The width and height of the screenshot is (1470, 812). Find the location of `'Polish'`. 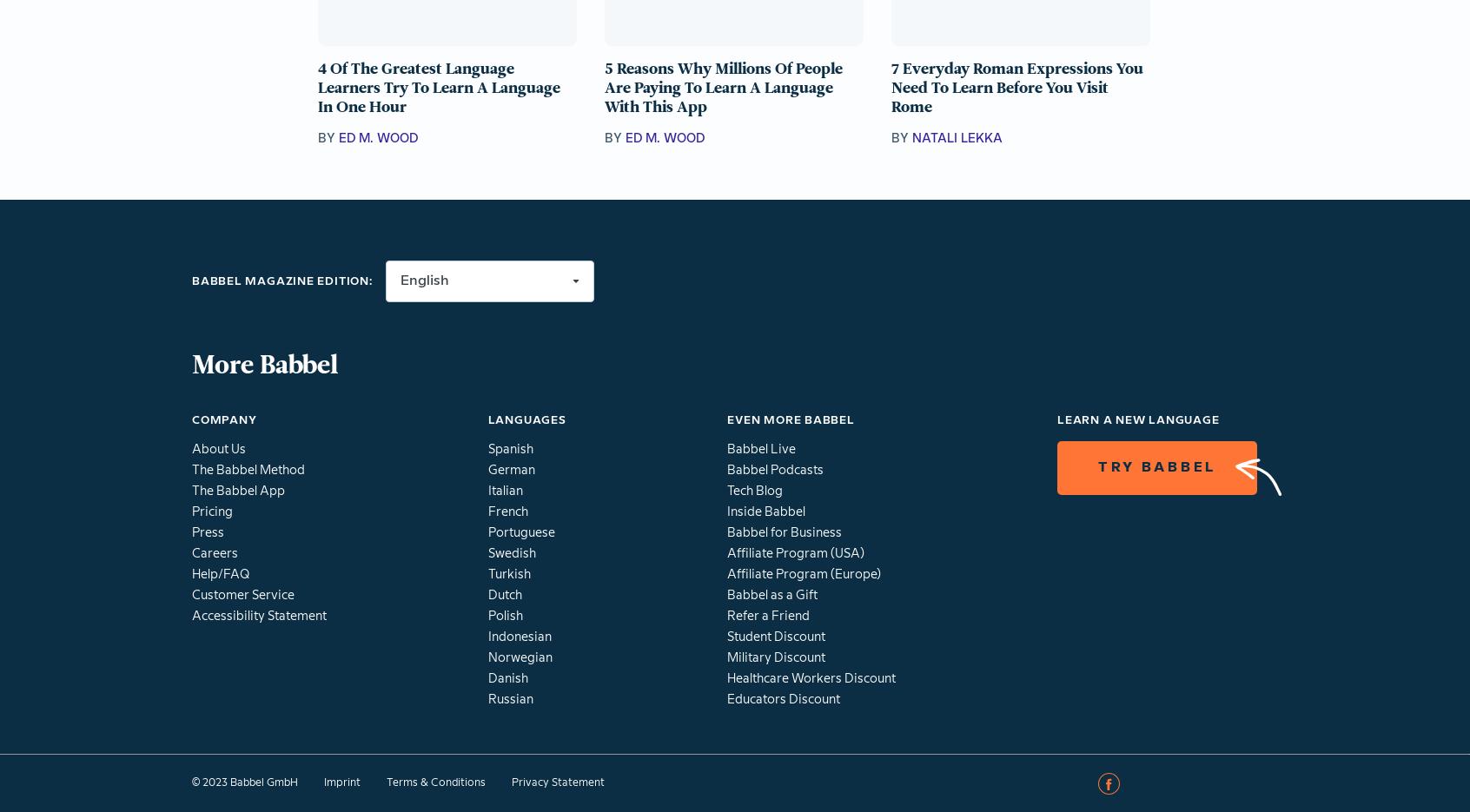

'Polish' is located at coordinates (504, 616).